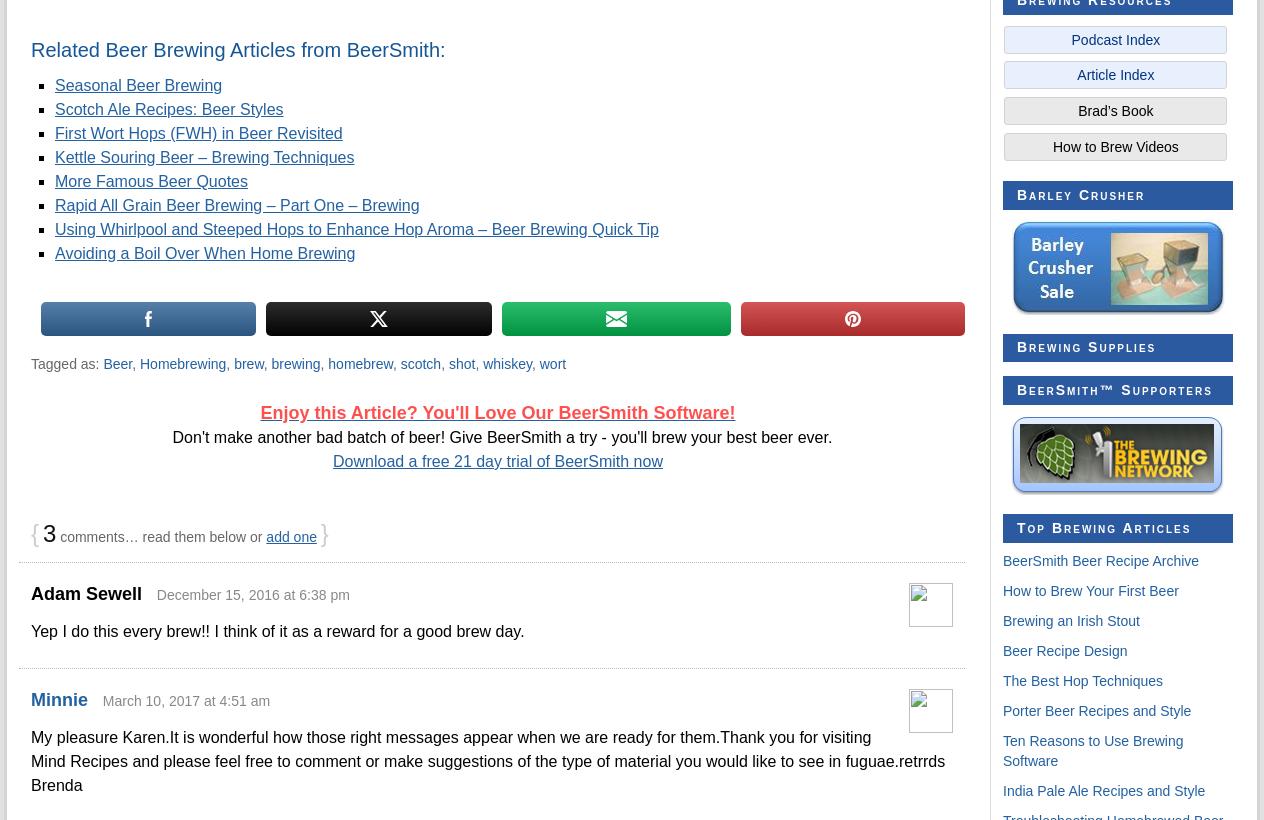 The height and width of the screenshot is (820, 1264). Describe the element at coordinates (488, 759) in the screenshot. I see `'My pleasure Karen.It is wonderful how those right messages appear when we are ready for them.Thank you for visiting Mind Recipes and please feel free to comment or make suggestions of the type of material you would like to see in fuguae.retrrds  Brenda'` at that location.